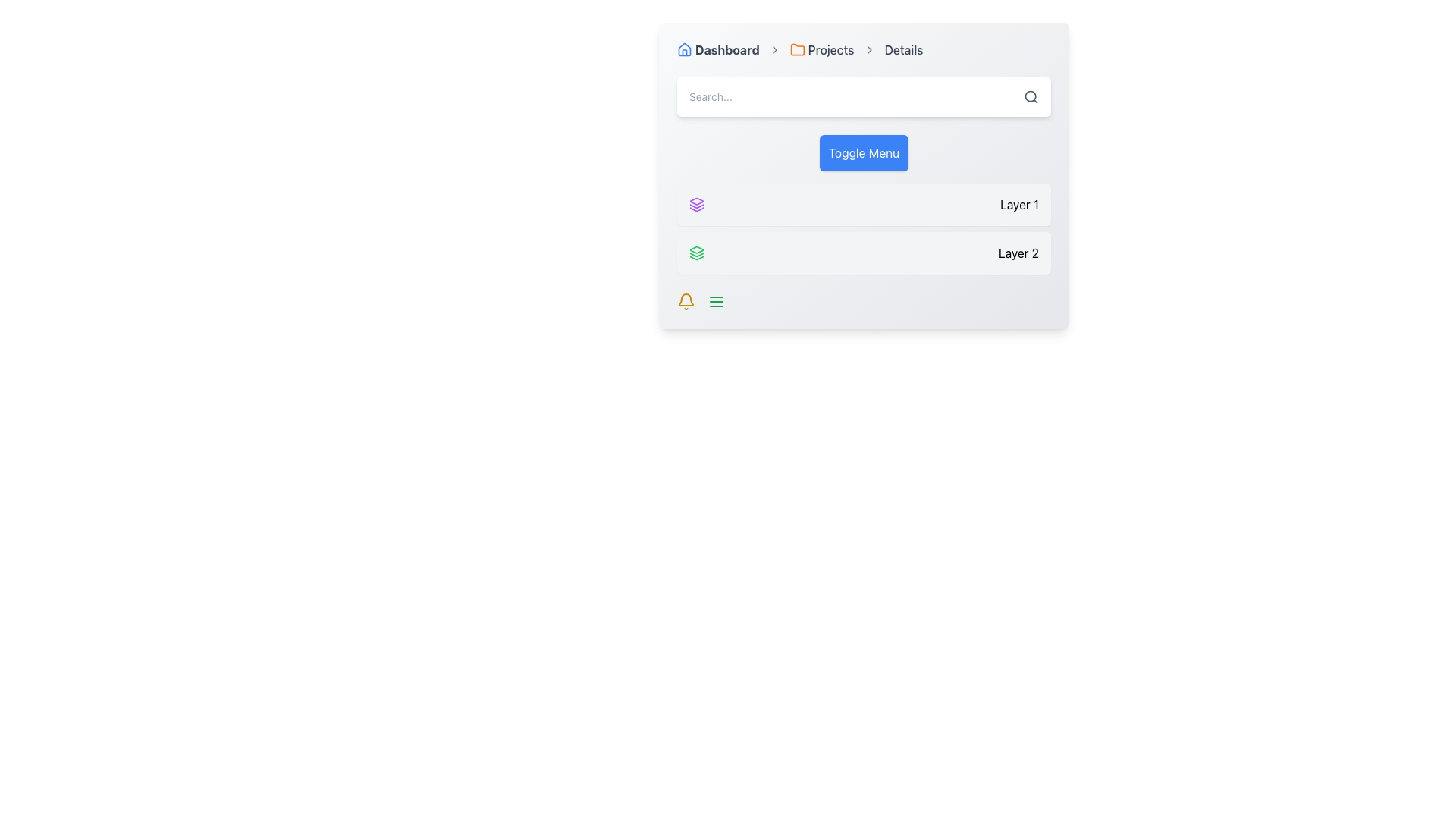 The image size is (1456, 819). I want to click on the search icon located at the rightmost side of the top search bar, which serves as an interactive trigger for initiating a search operation, so click(1031, 96).